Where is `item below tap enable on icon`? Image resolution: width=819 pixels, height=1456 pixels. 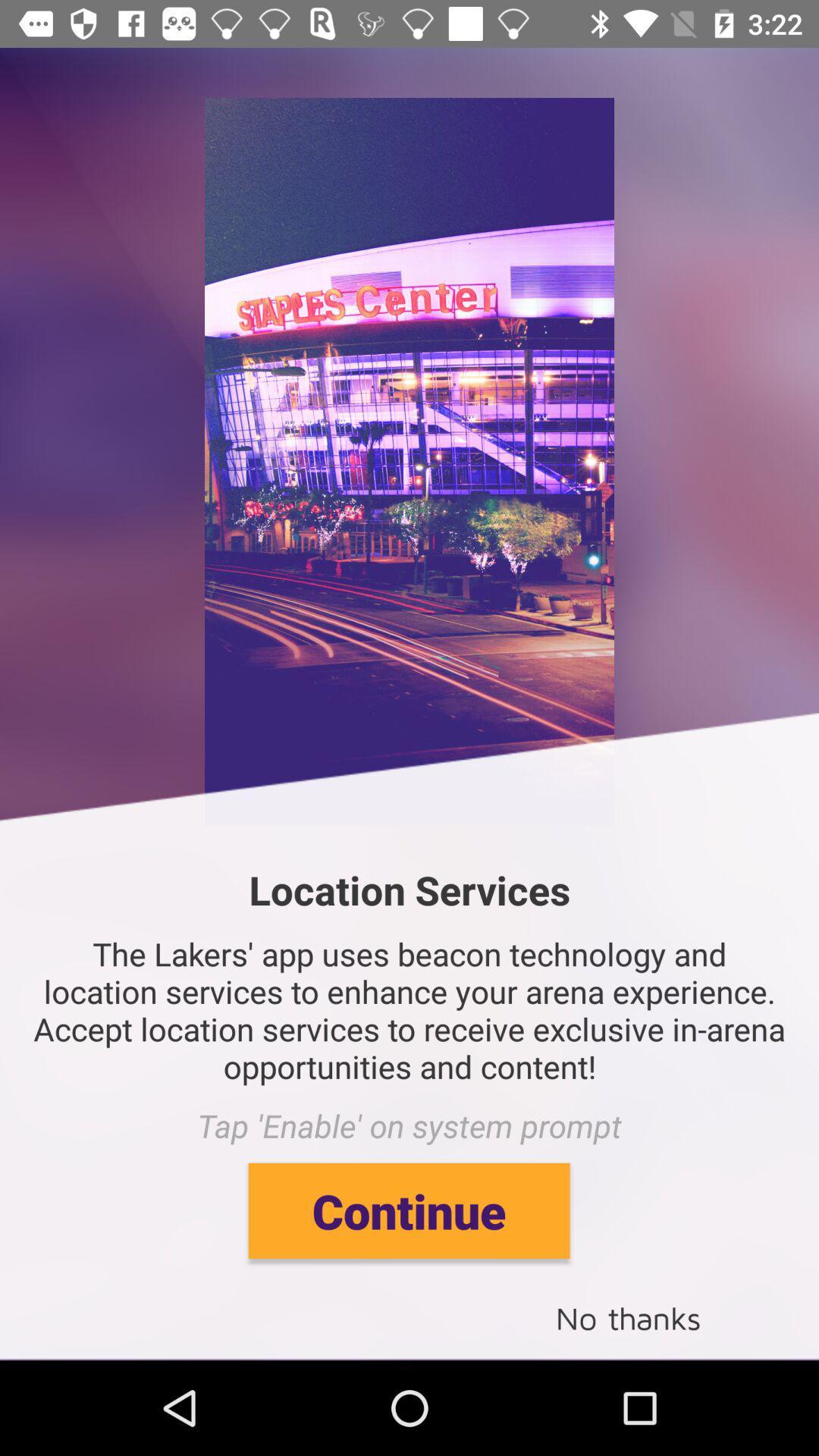
item below tap enable on icon is located at coordinates (408, 1210).